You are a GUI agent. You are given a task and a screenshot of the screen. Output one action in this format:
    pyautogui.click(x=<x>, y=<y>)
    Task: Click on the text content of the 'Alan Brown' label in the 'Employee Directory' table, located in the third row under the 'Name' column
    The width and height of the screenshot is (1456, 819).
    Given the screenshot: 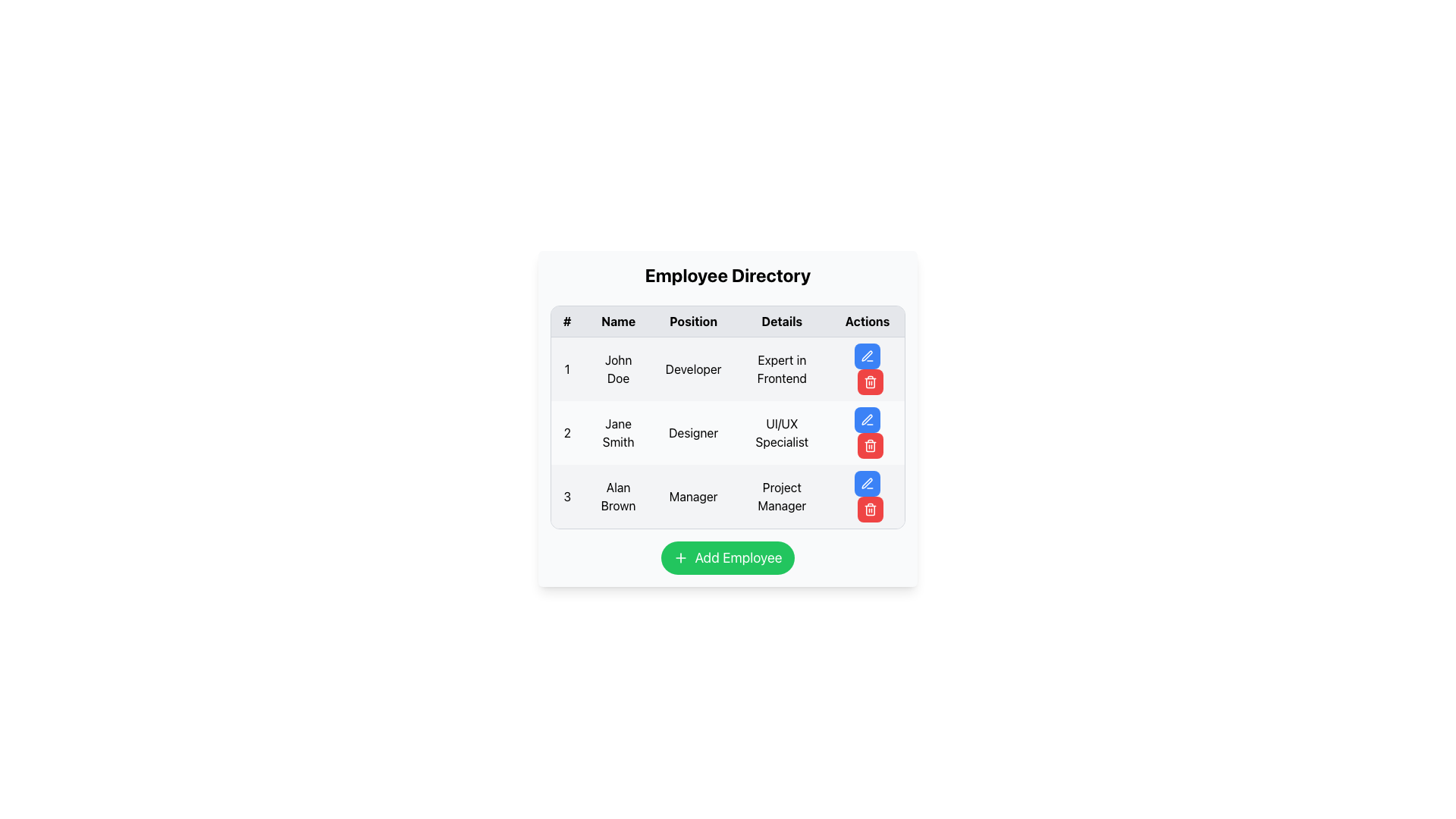 What is the action you would take?
    pyautogui.click(x=618, y=497)
    